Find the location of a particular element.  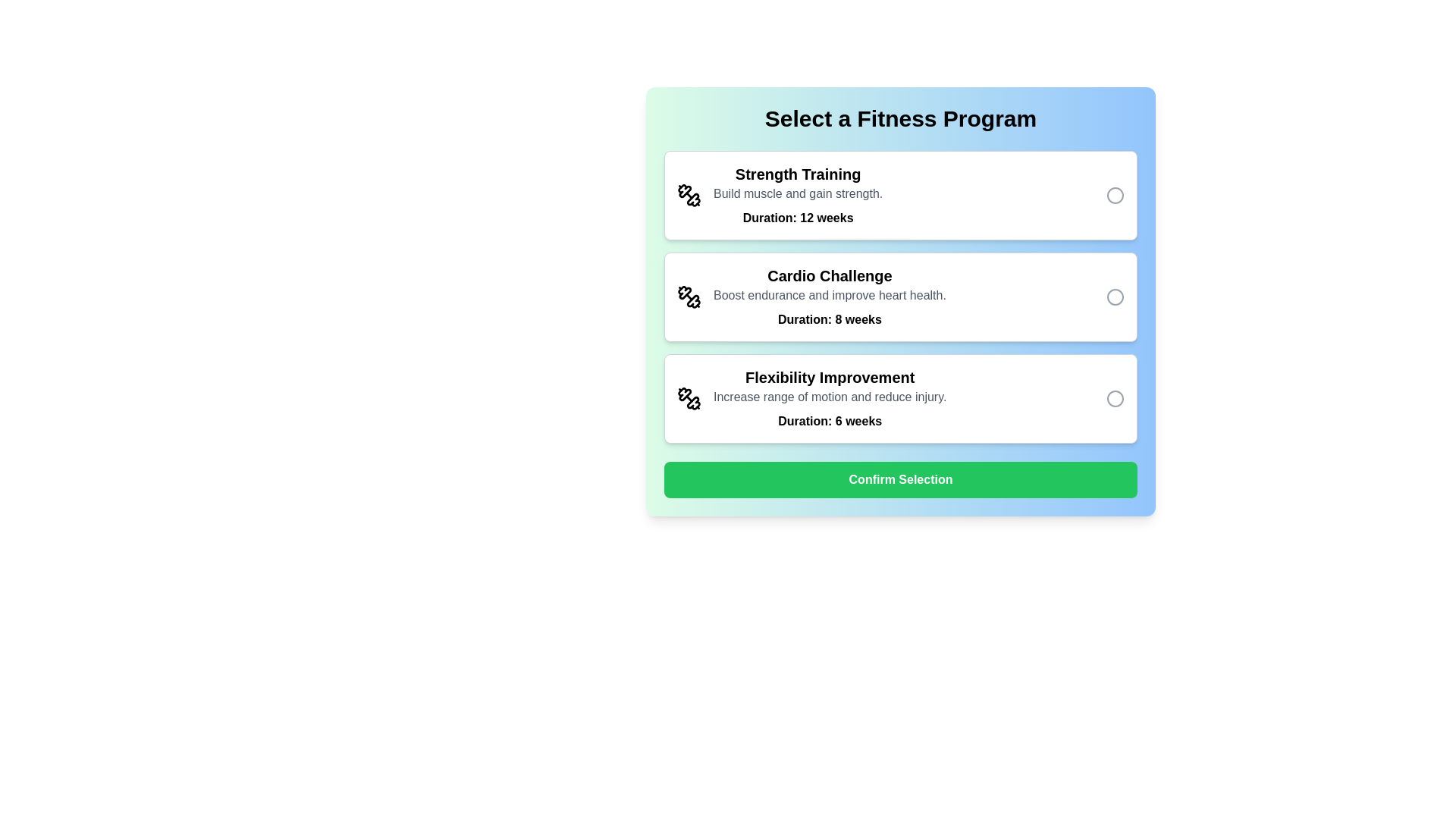

the text label displaying 'Duration: 6 weeks' located at the bottom of the 'Flexibility Improvement' selection card is located at coordinates (829, 421).